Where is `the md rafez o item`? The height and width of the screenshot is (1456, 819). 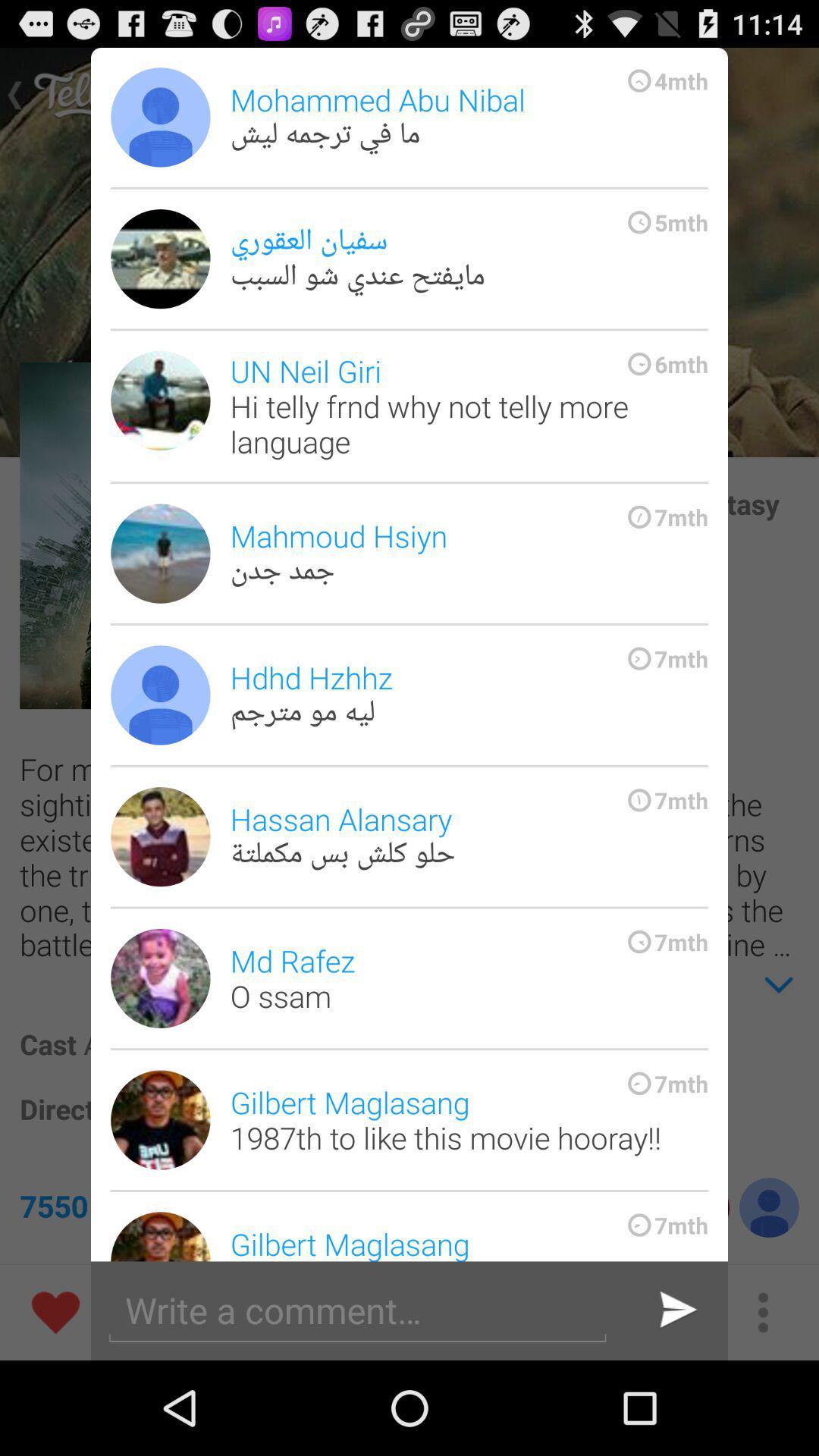
the md rafez o item is located at coordinates (468, 978).